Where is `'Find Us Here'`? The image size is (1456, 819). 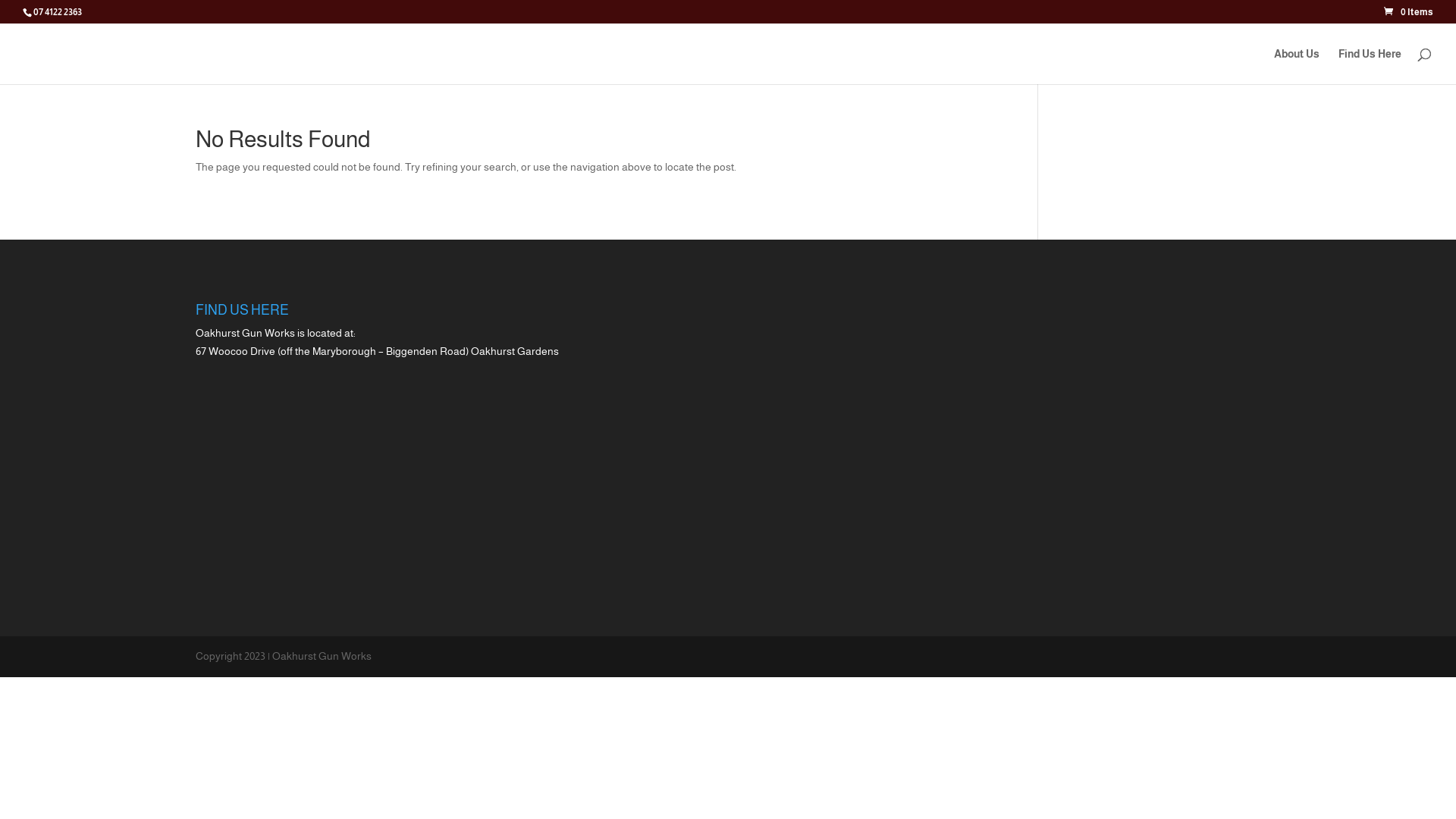
'Find Us Here' is located at coordinates (1370, 65).